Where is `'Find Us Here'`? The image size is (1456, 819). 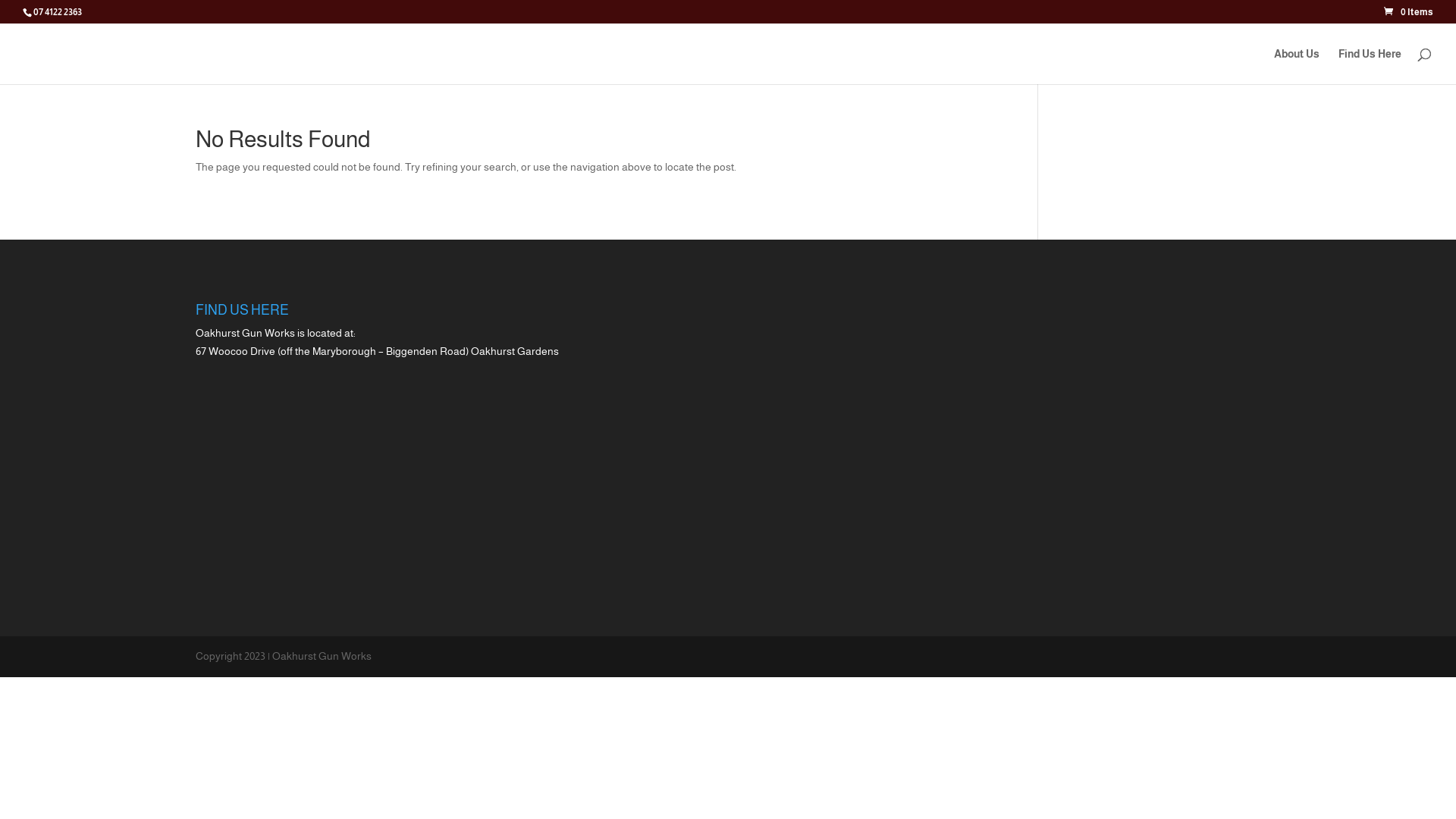
'Find Us Here' is located at coordinates (1370, 65).